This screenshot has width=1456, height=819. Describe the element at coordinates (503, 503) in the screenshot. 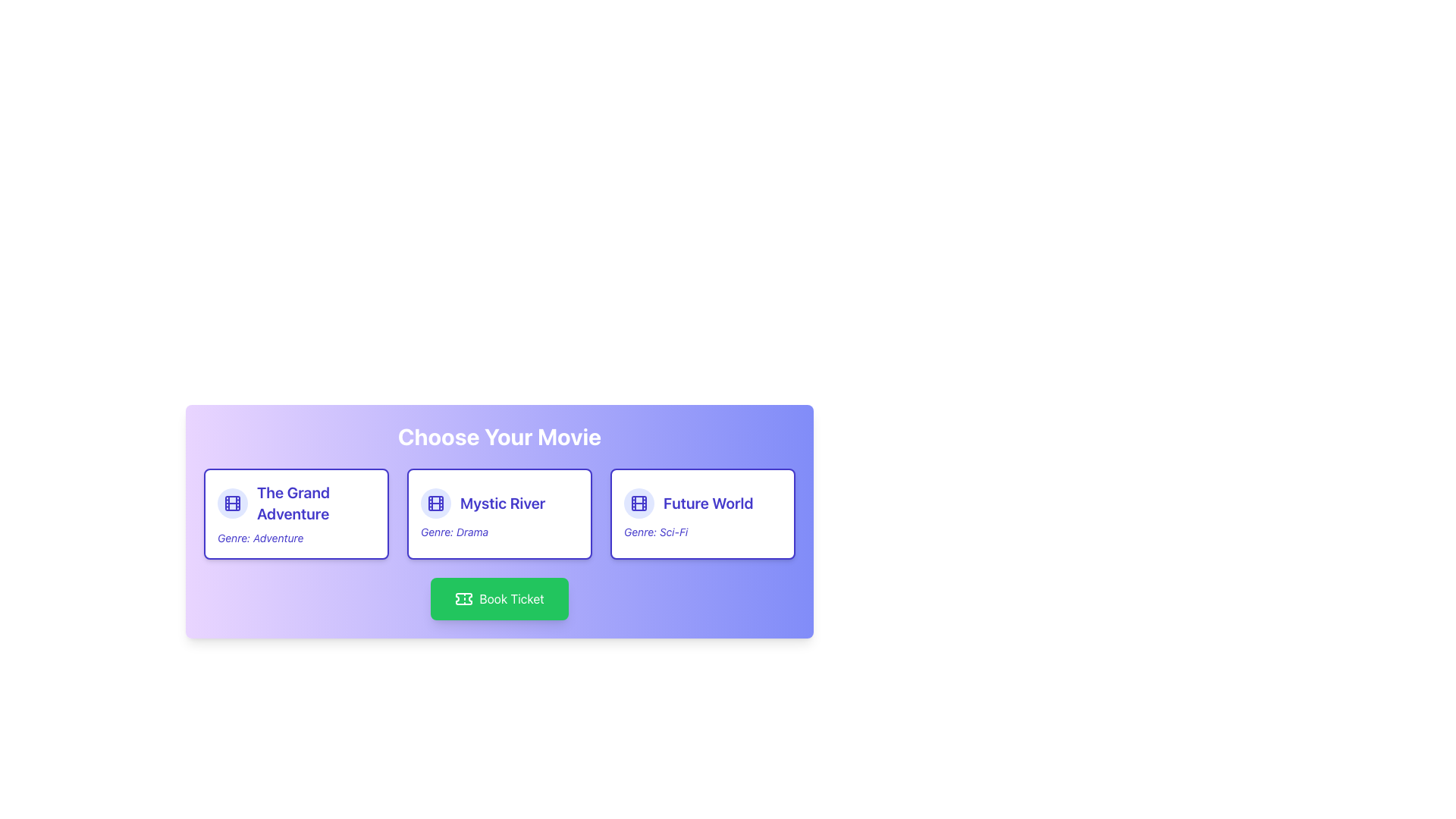

I see `the text label that serves as the title for a selectable movie option, located between 'The Grand Adventure' and 'Future World'` at that location.